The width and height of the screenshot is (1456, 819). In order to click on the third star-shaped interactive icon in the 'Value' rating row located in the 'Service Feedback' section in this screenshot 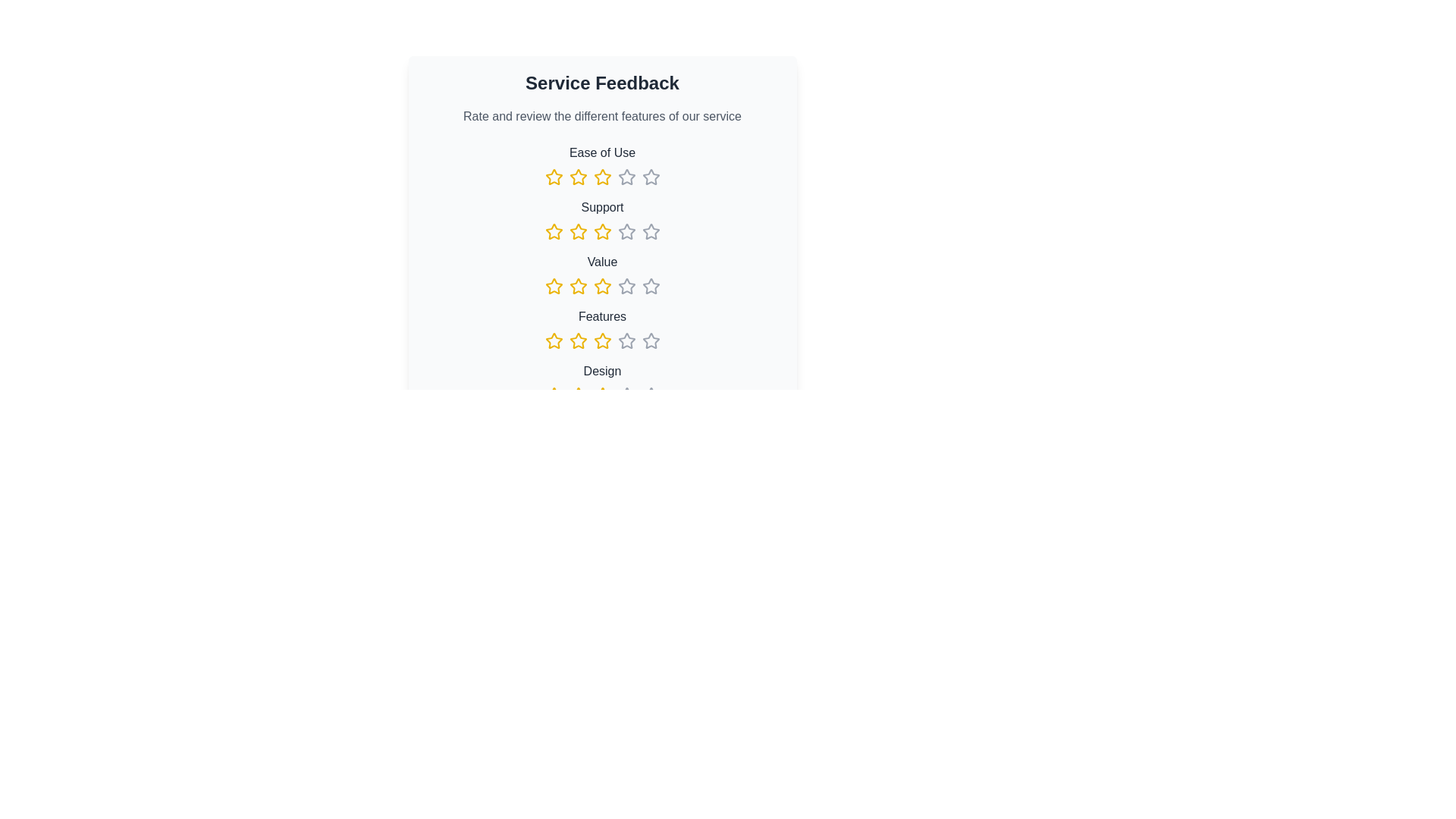, I will do `click(626, 286)`.